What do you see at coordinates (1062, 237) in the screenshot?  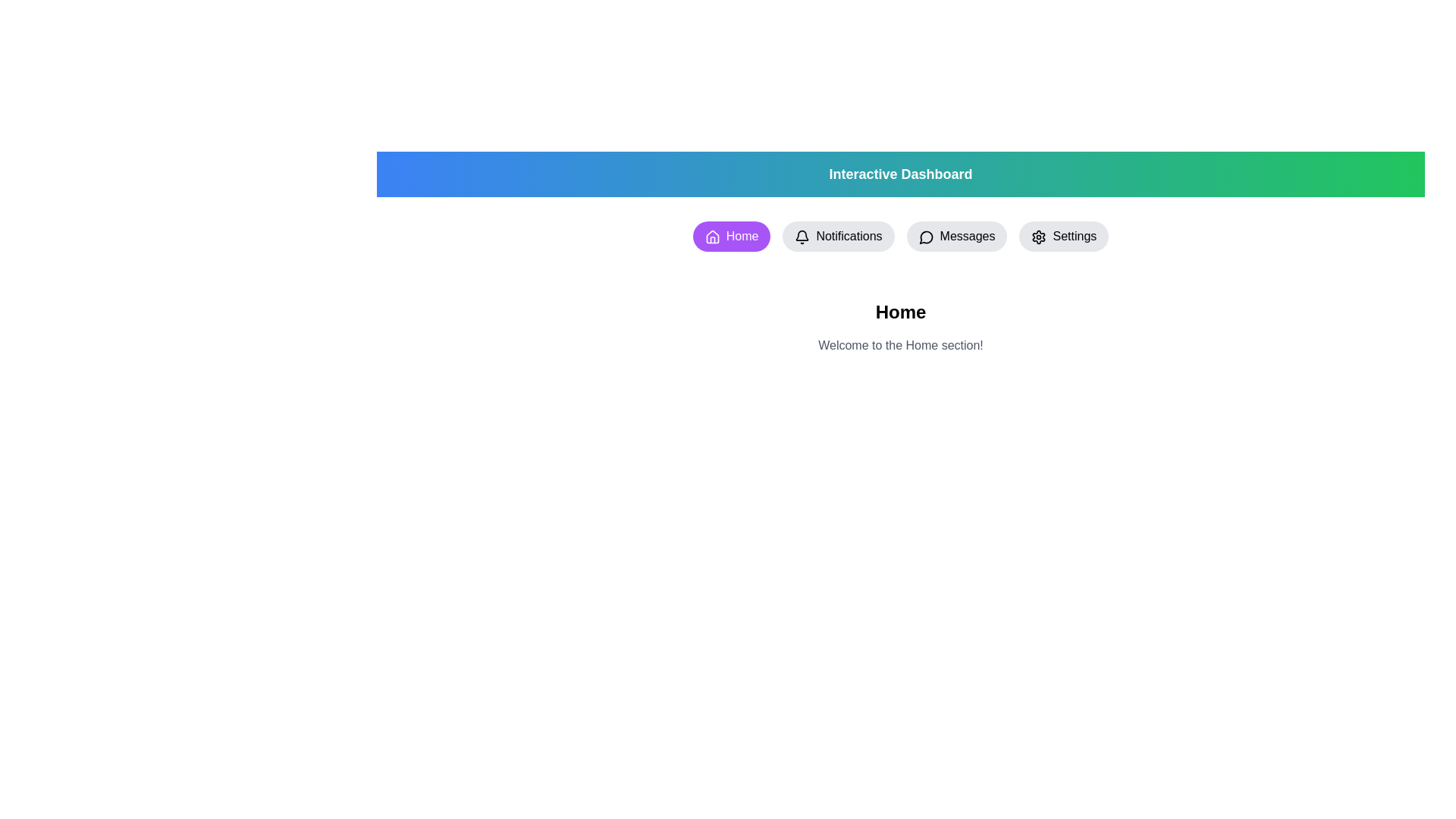 I see `the tab labeled Settings to view its content` at bounding box center [1062, 237].